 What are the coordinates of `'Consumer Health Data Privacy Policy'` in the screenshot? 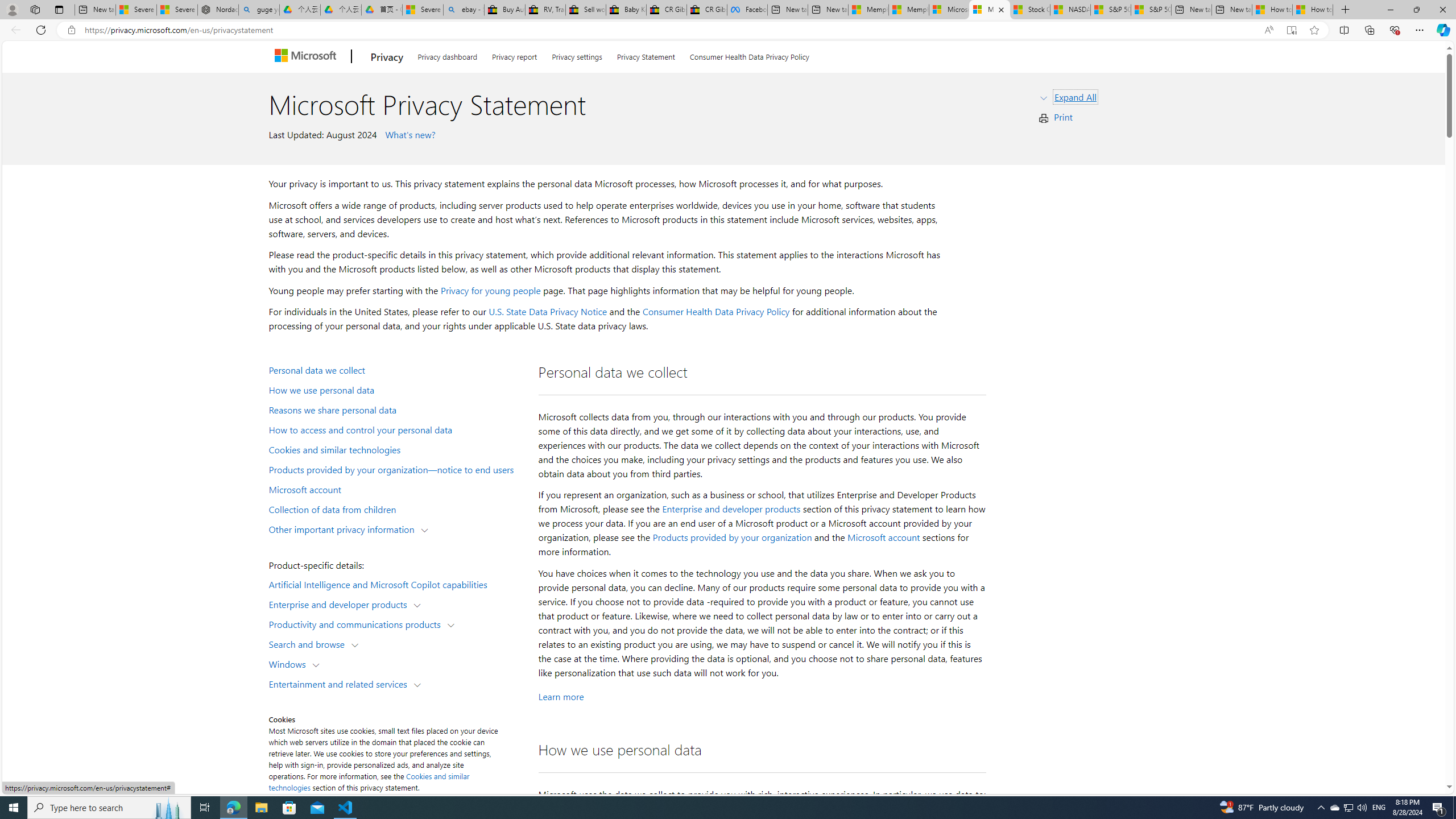 It's located at (716, 311).